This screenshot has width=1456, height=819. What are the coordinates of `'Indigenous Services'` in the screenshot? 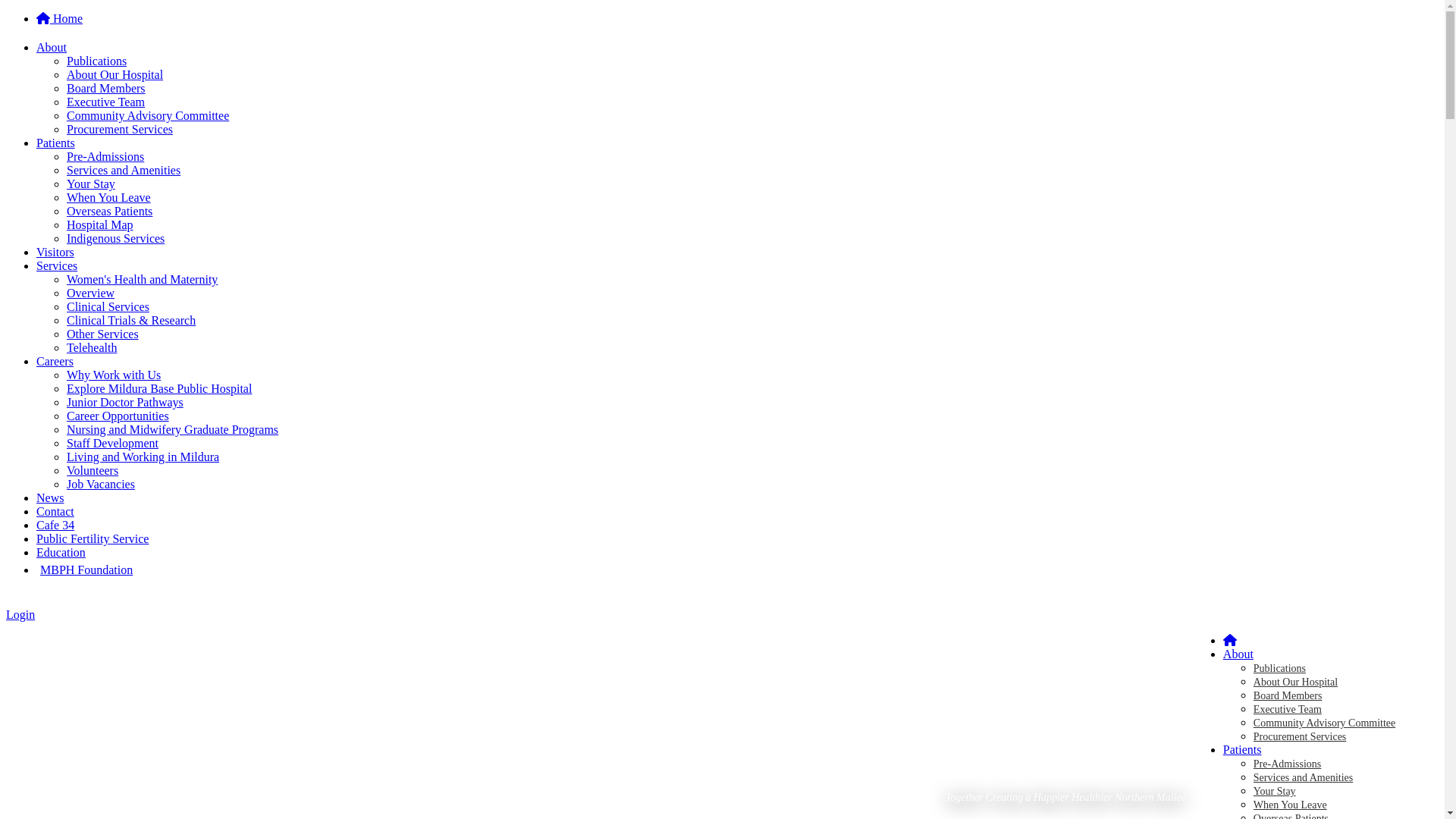 It's located at (65, 238).